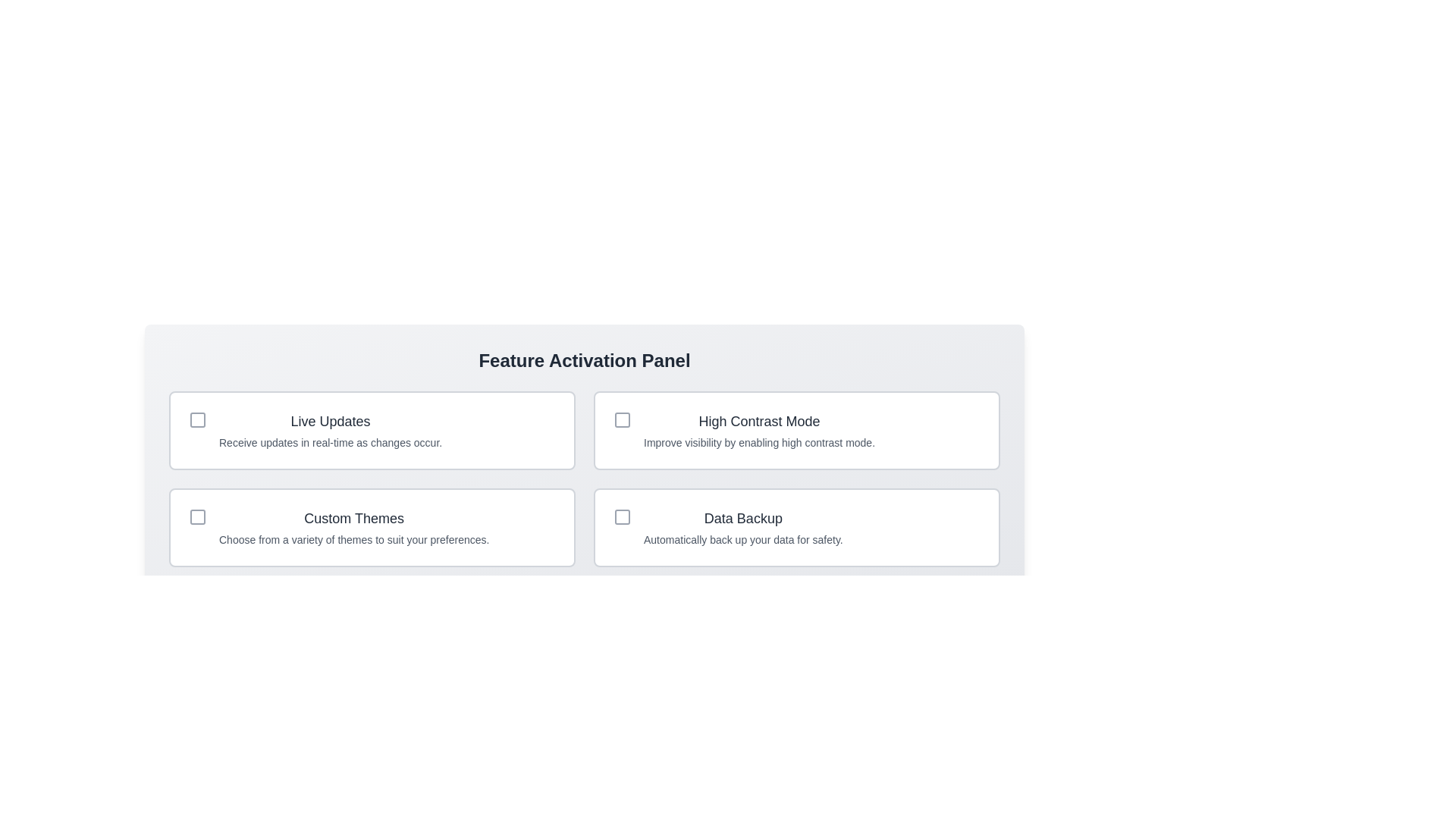 Image resolution: width=1456 pixels, height=819 pixels. What do you see at coordinates (796, 526) in the screenshot?
I see `the checkbox in the Feature Selection Card labeled 'Data Backup'` at bounding box center [796, 526].